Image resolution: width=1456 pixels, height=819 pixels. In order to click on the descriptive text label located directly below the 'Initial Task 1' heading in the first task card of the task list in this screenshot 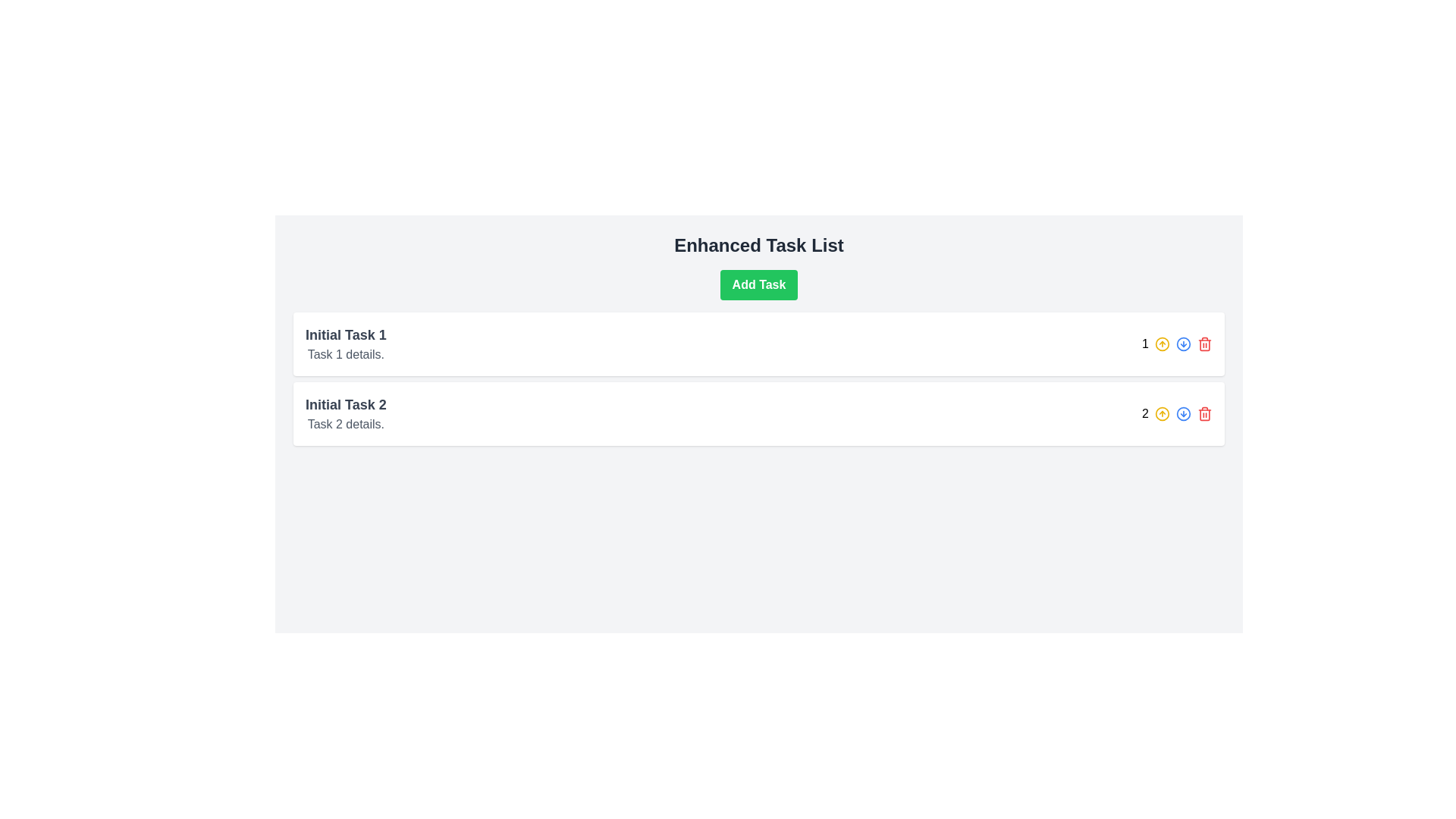, I will do `click(345, 354)`.